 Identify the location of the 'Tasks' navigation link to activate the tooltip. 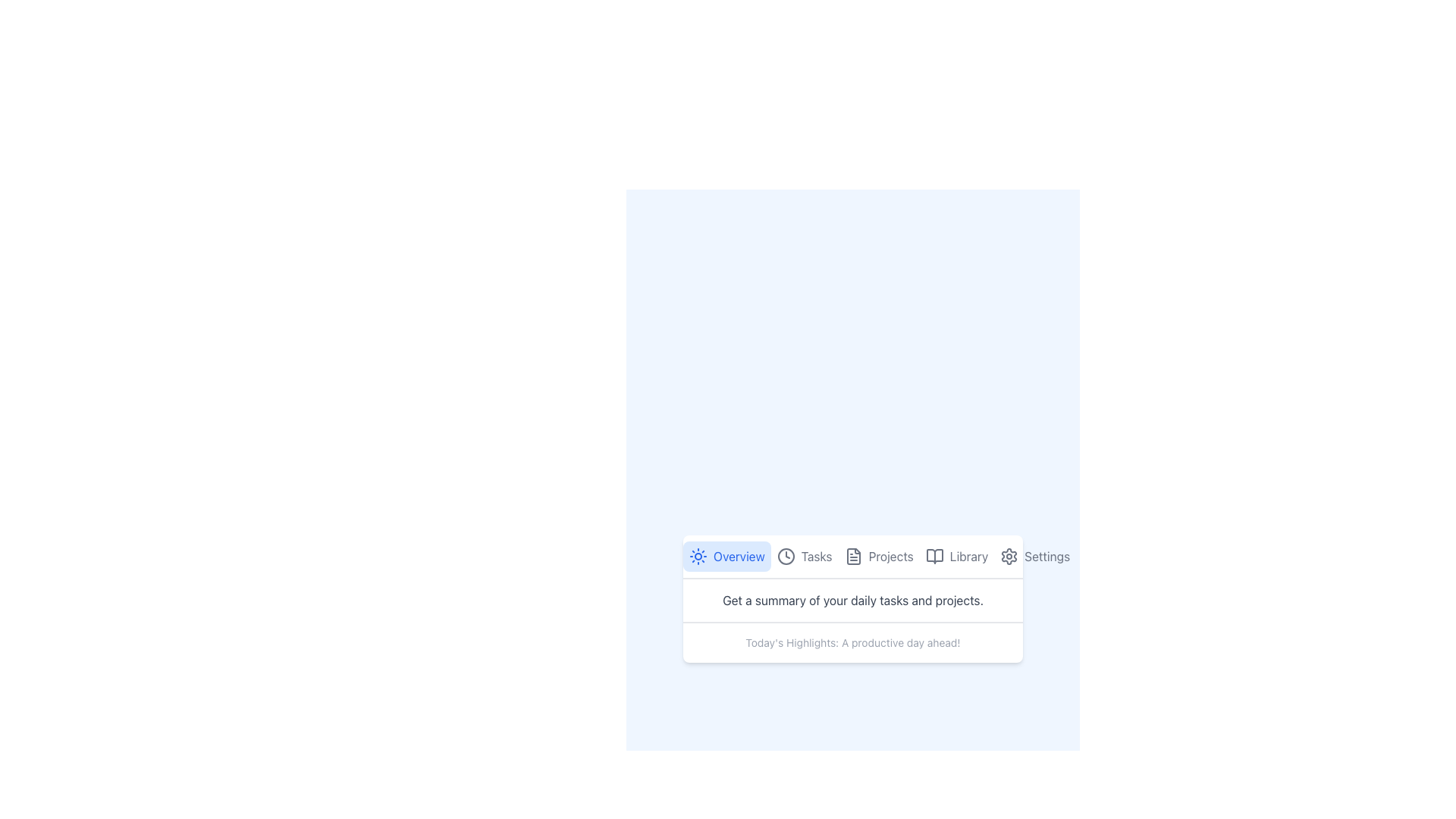
(815, 556).